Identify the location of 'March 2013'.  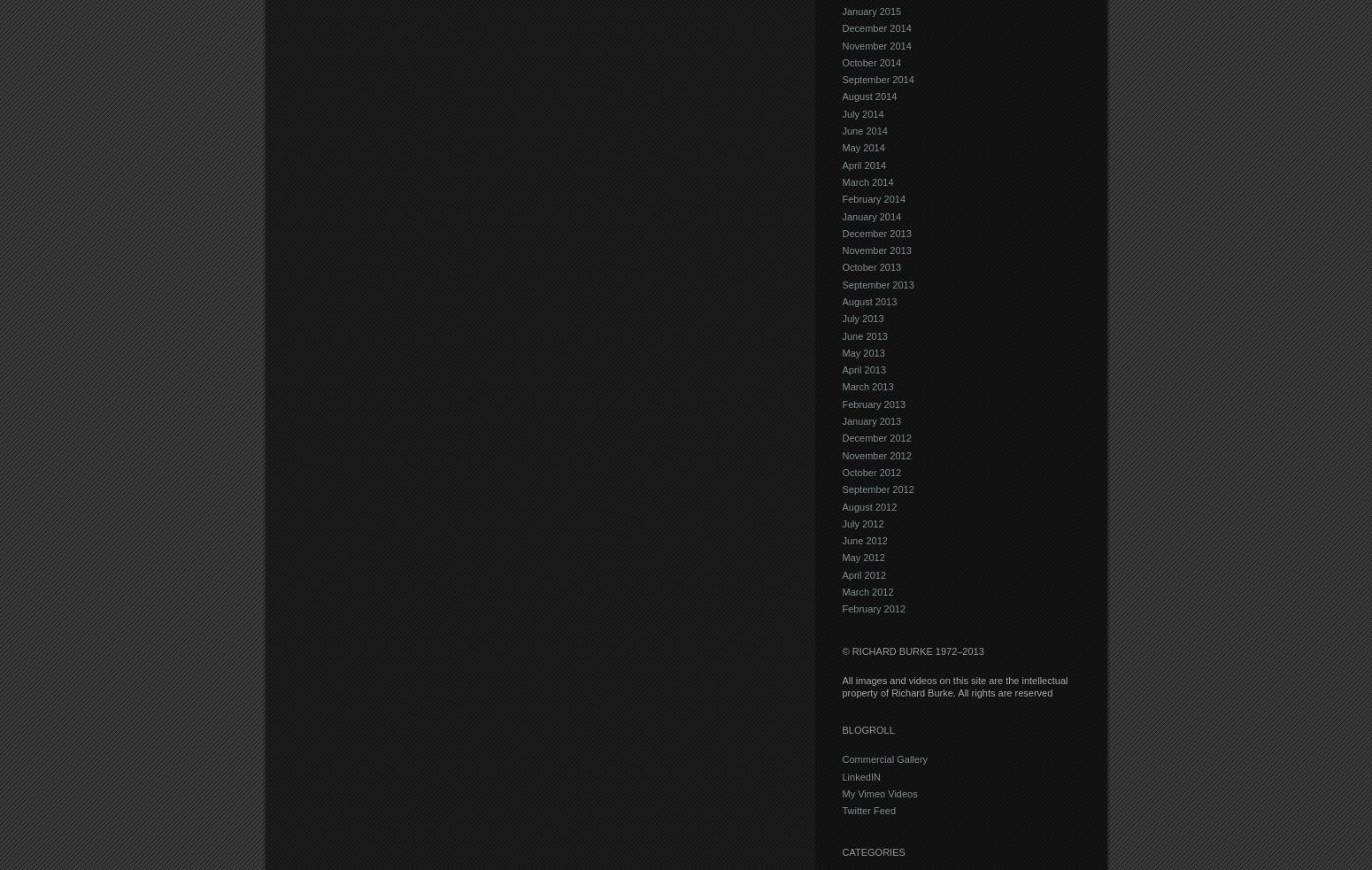
(840, 386).